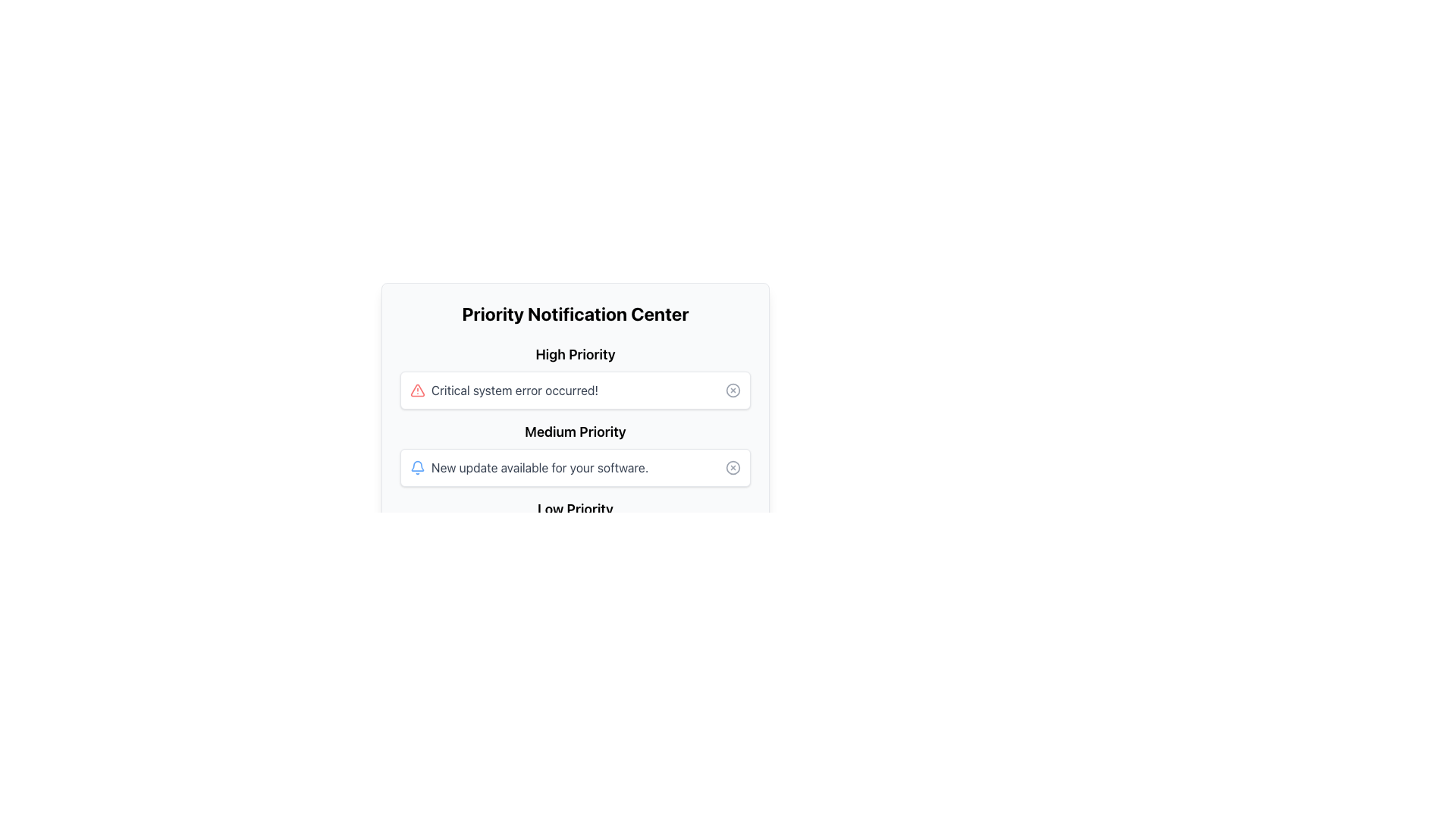 The image size is (1456, 819). What do you see at coordinates (574, 509) in the screenshot?
I see `the text label that categorizes notifications of low priority, which is the third heading in a vertically stacked list of headings` at bounding box center [574, 509].